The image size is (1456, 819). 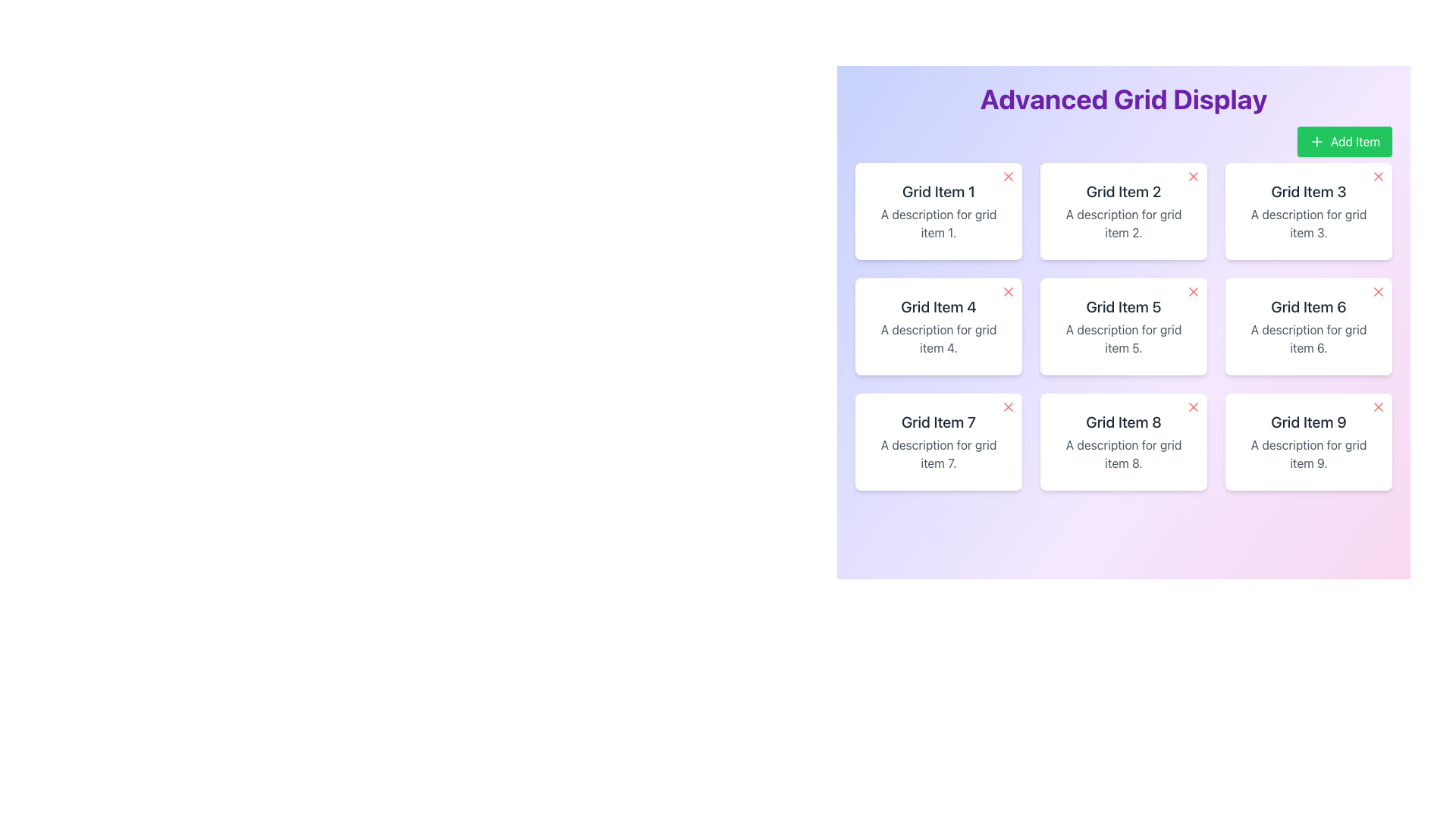 I want to click on the Text label that provides descriptive information about 'Grid Item 5', located centrally below its title, so click(x=1124, y=338).